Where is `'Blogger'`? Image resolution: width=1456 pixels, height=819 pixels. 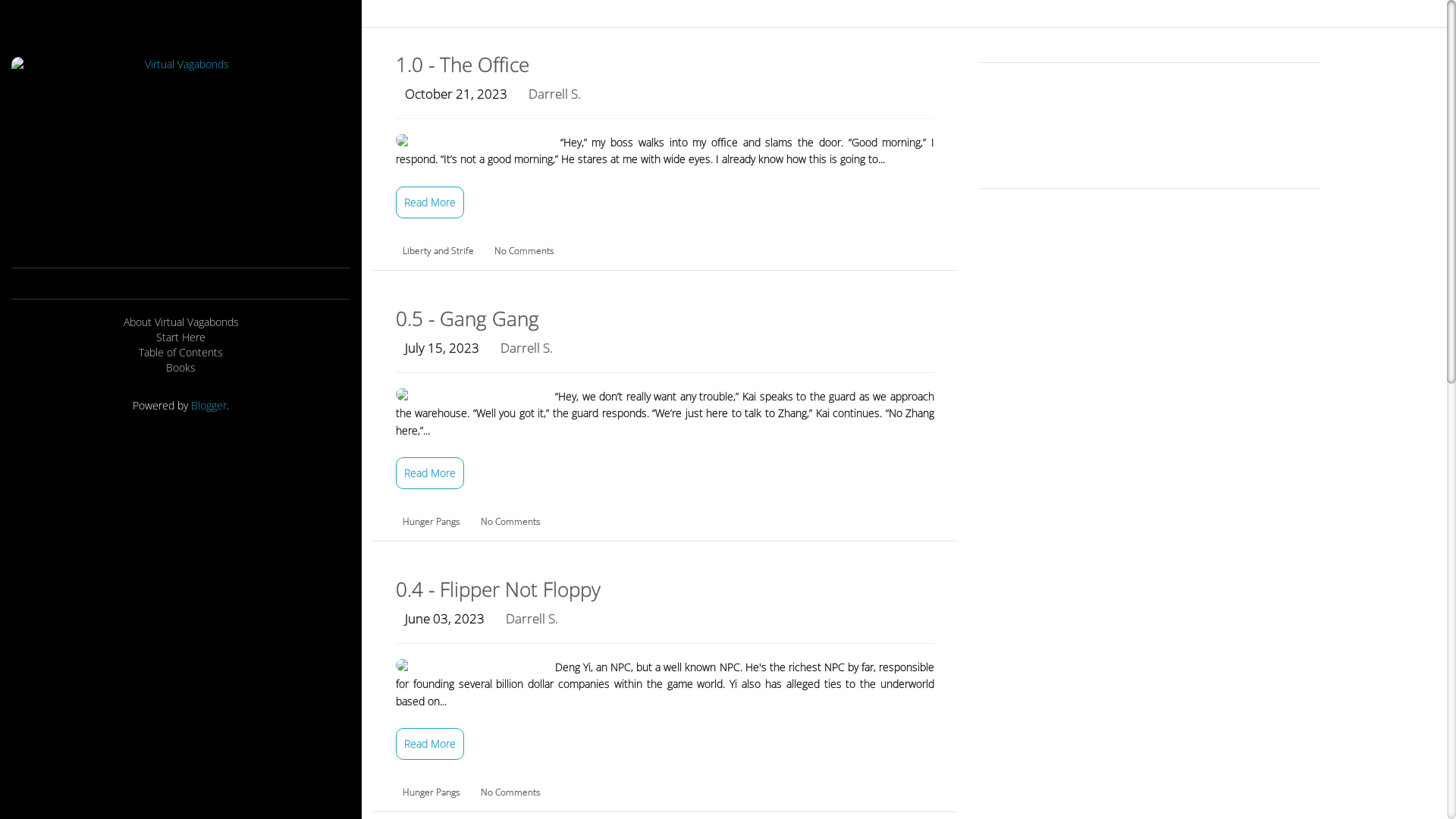 'Blogger' is located at coordinates (208, 404).